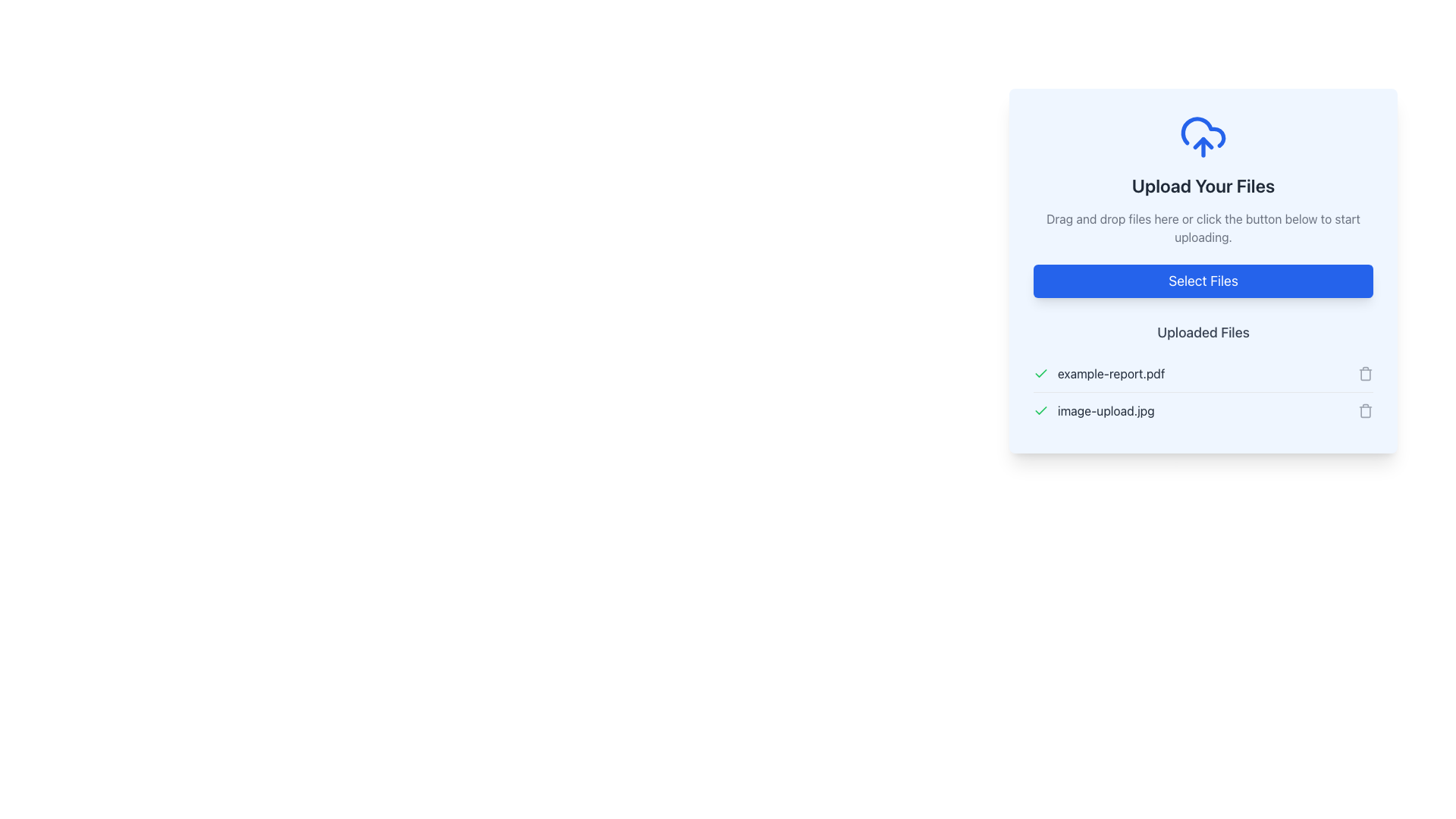 Image resolution: width=1456 pixels, height=819 pixels. Describe the element at coordinates (1203, 281) in the screenshot. I see `the button located centrally within the upload section of the dialog box` at that location.